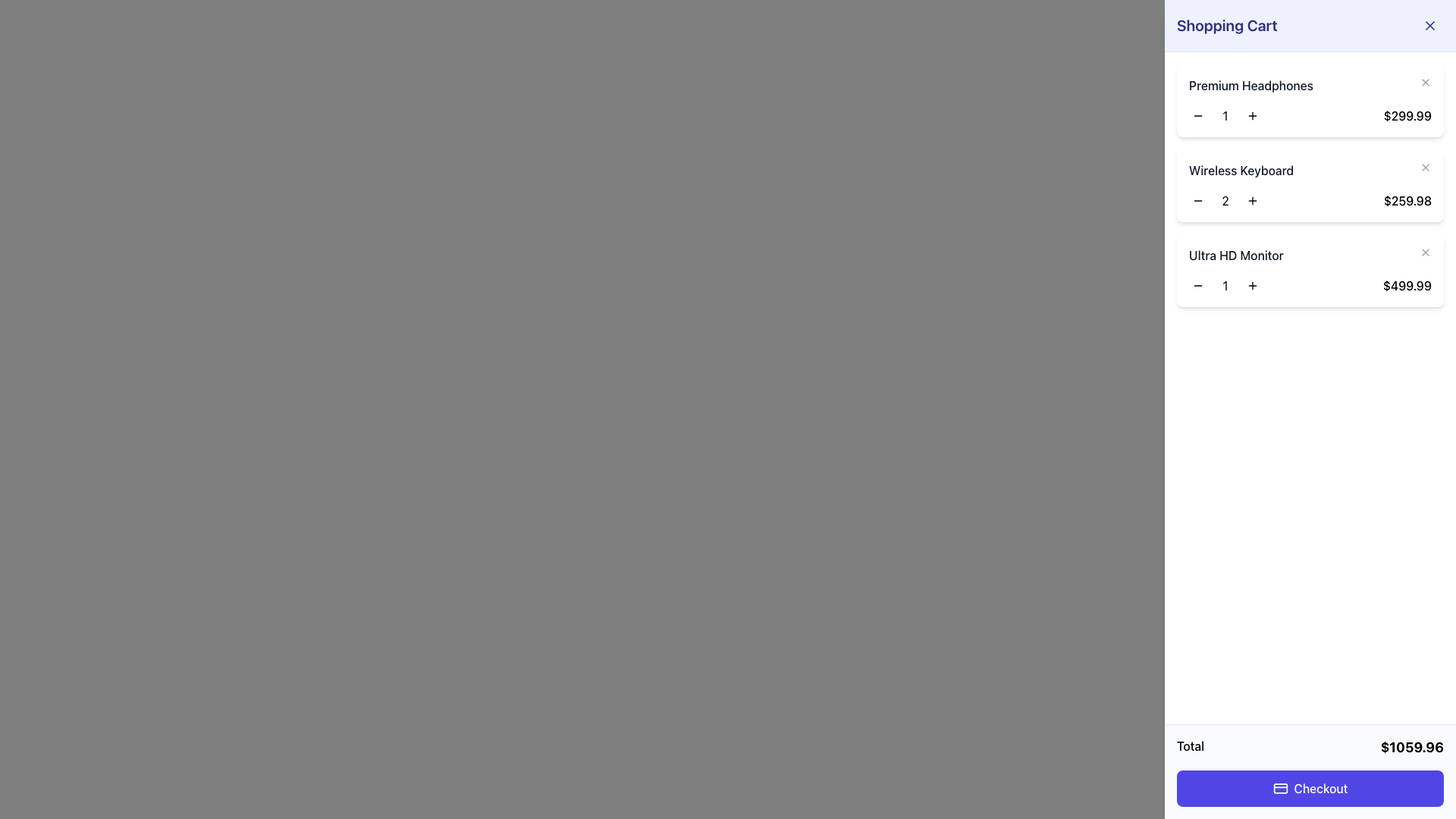 The height and width of the screenshot is (819, 1456). Describe the element at coordinates (1197, 200) in the screenshot. I see `the decrease quantity button for the 'Wireless Keyboard' in the shopping cart` at that location.